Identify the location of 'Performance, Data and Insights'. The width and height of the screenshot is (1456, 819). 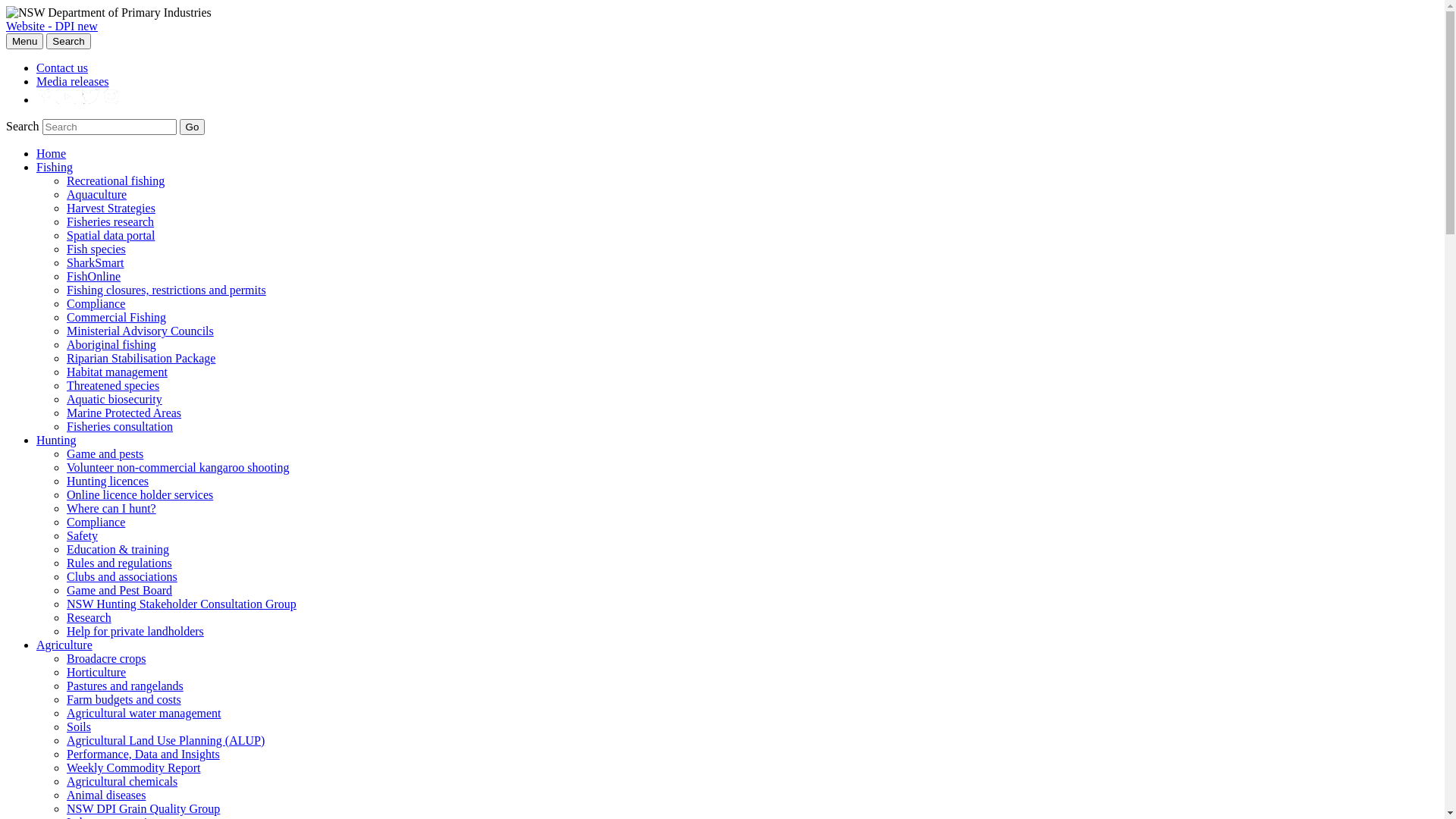
(65, 754).